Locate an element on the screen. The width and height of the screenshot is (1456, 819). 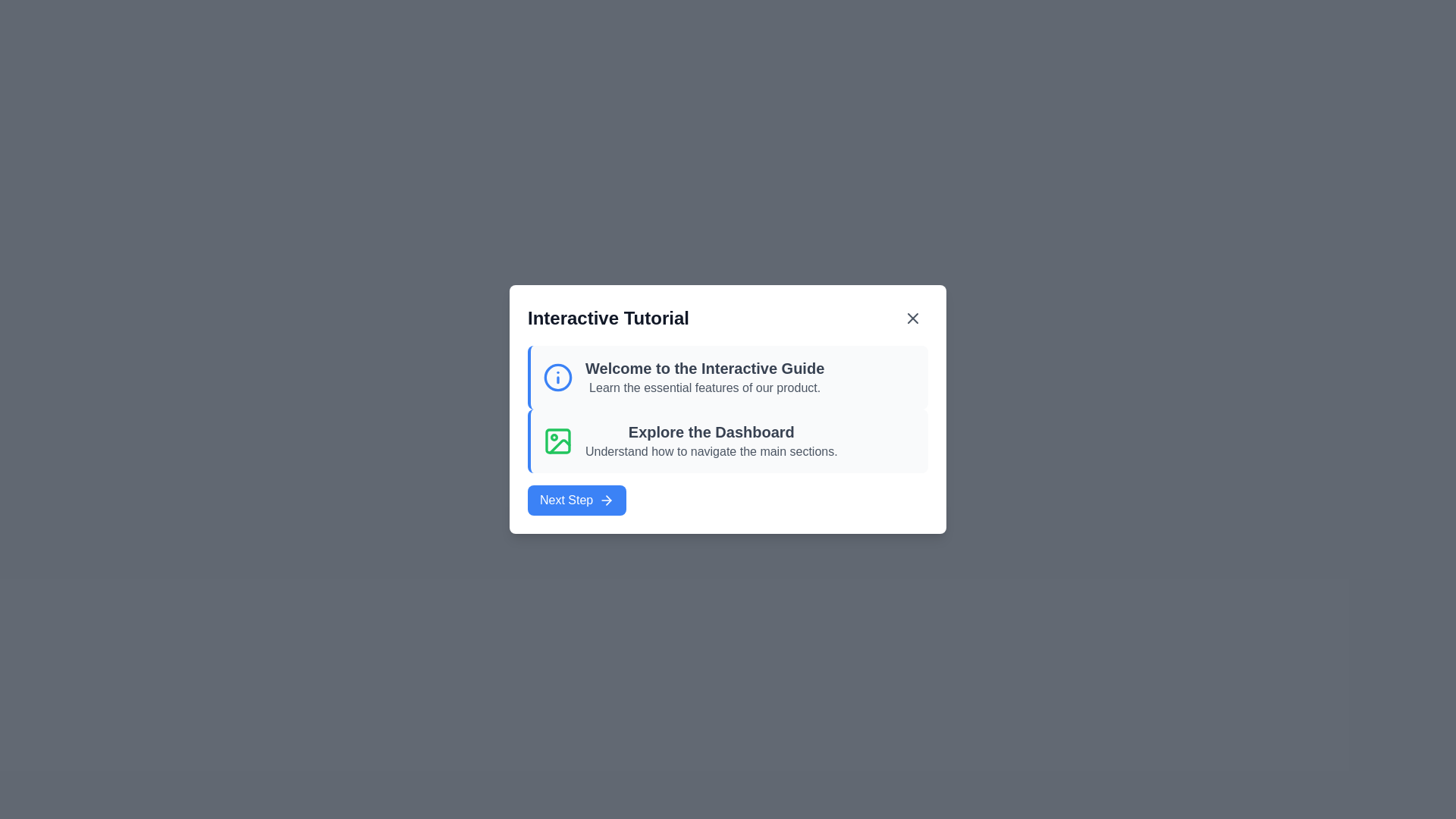
the informational message icon located near the top-left corner of the dialog box, adjacent to the text 'Welcome to the Interactive Guide' is located at coordinates (557, 376).